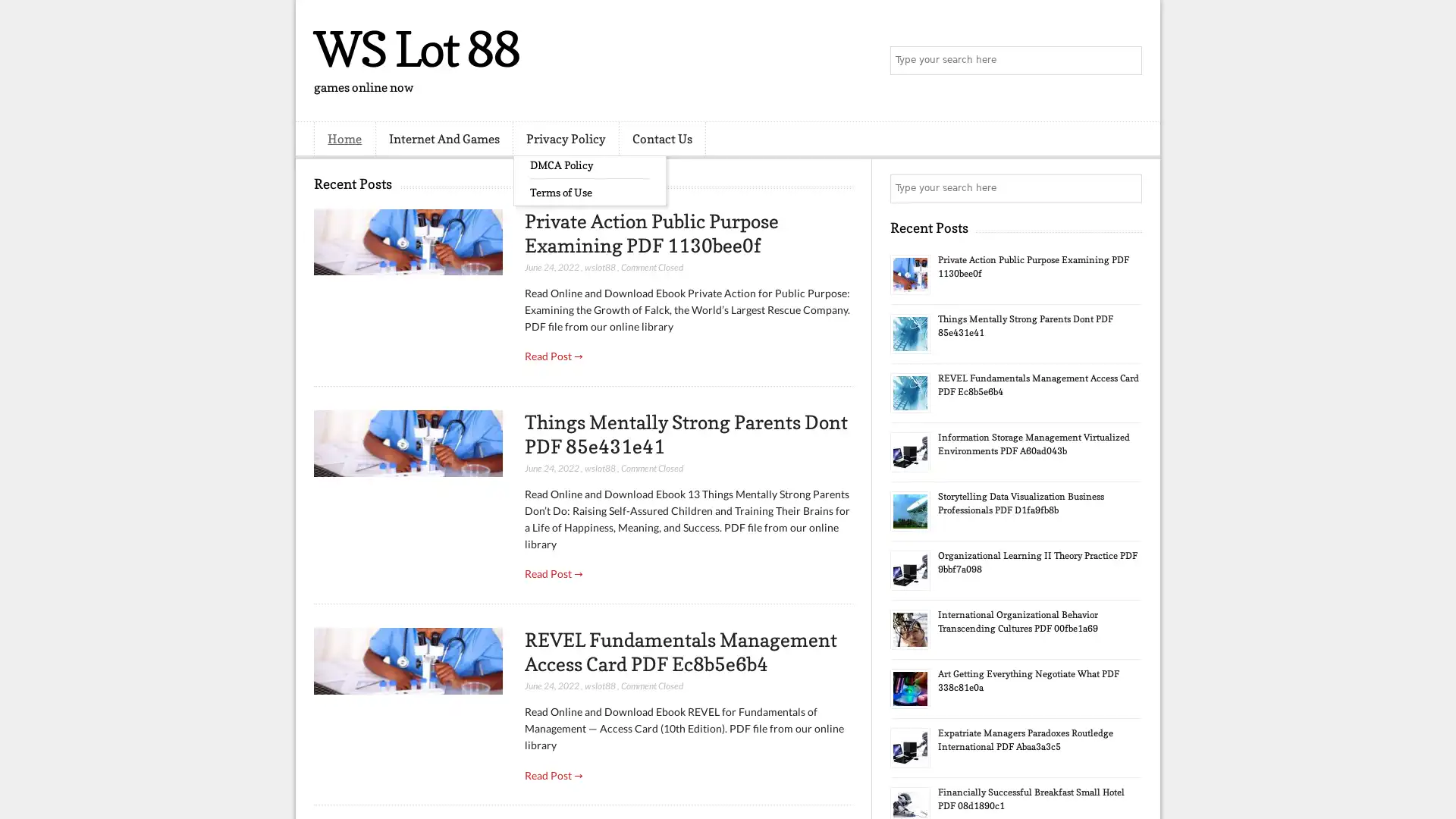  What do you see at coordinates (1126, 188) in the screenshot?
I see `Search` at bounding box center [1126, 188].